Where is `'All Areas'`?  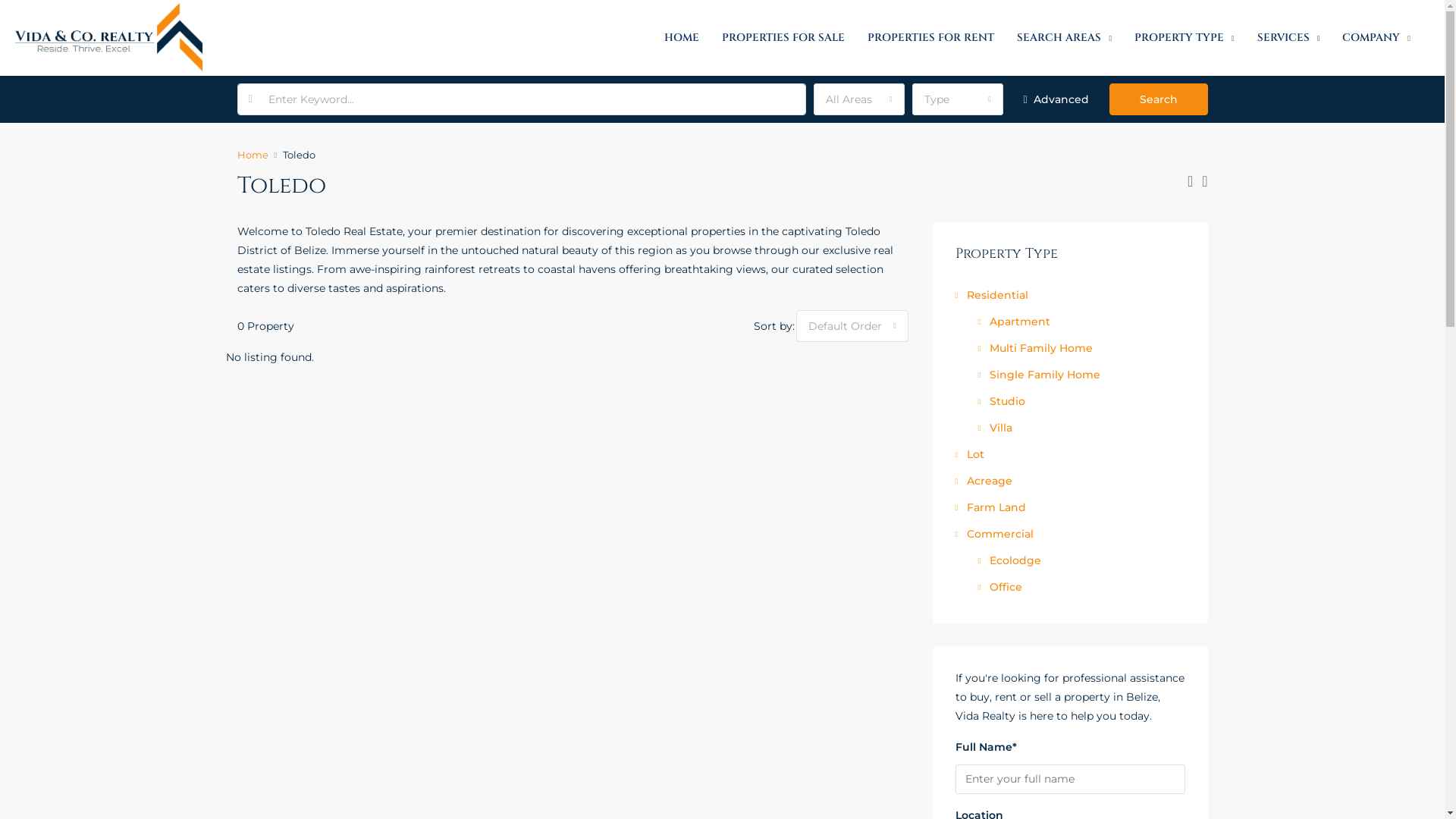 'All Areas' is located at coordinates (858, 99).